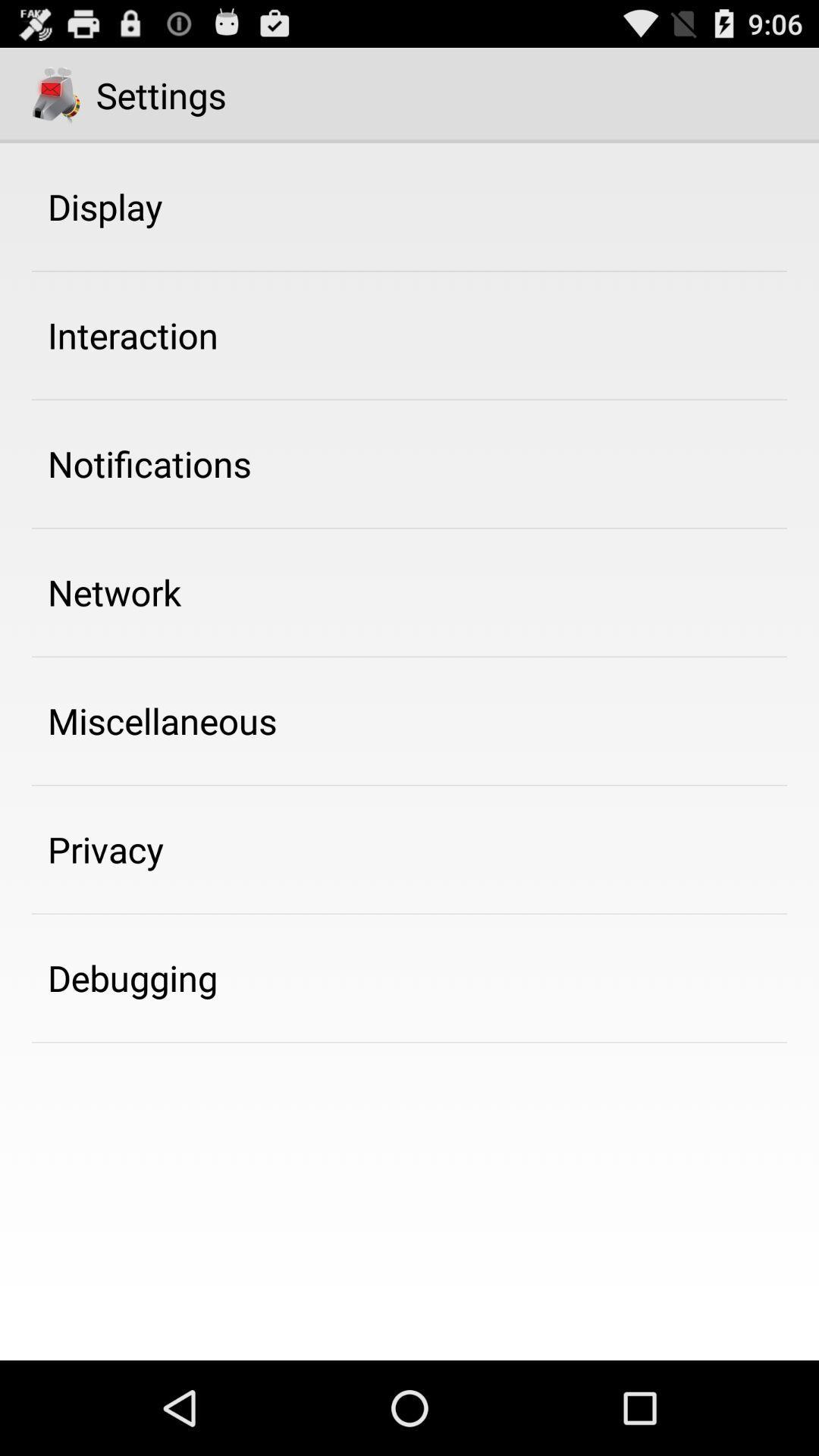 This screenshot has height=1456, width=819. What do you see at coordinates (104, 206) in the screenshot?
I see `display app` at bounding box center [104, 206].